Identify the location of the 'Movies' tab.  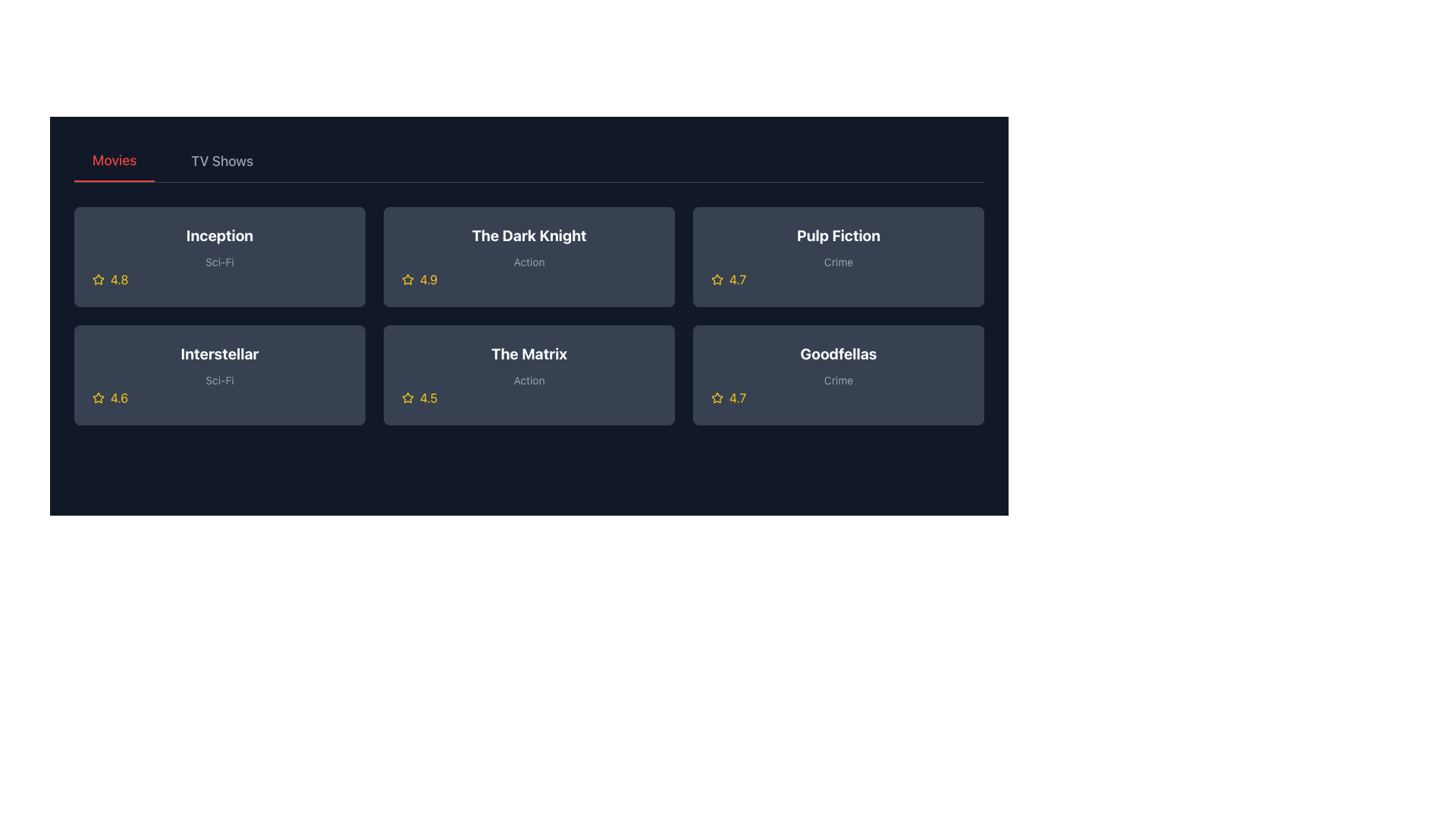
(113, 161).